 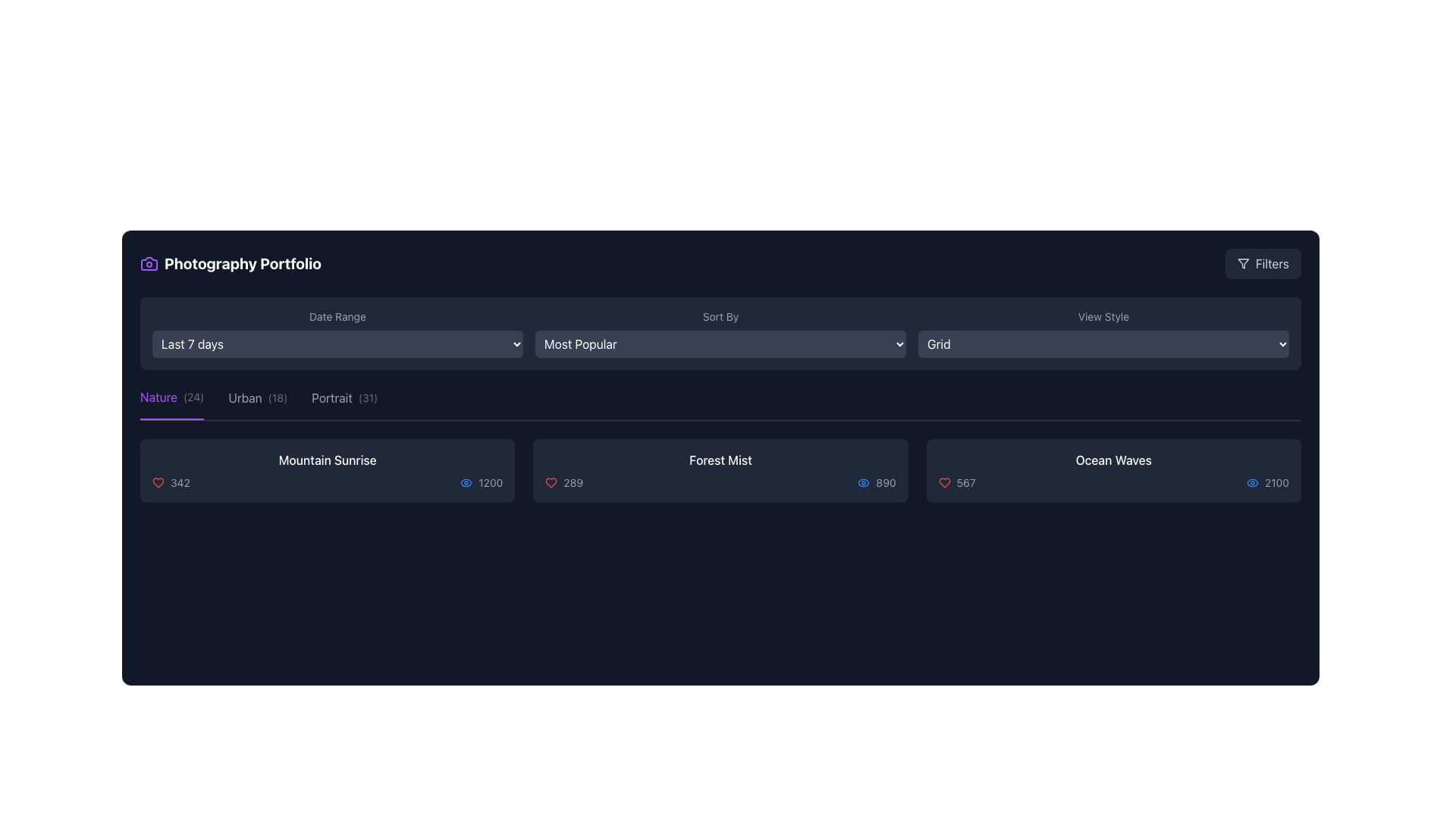 I want to click on text label that serves as the title or identifier for the last card in a horizontally aligned group of three cards located in the lower-right corner of the interface, so click(x=1113, y=459).